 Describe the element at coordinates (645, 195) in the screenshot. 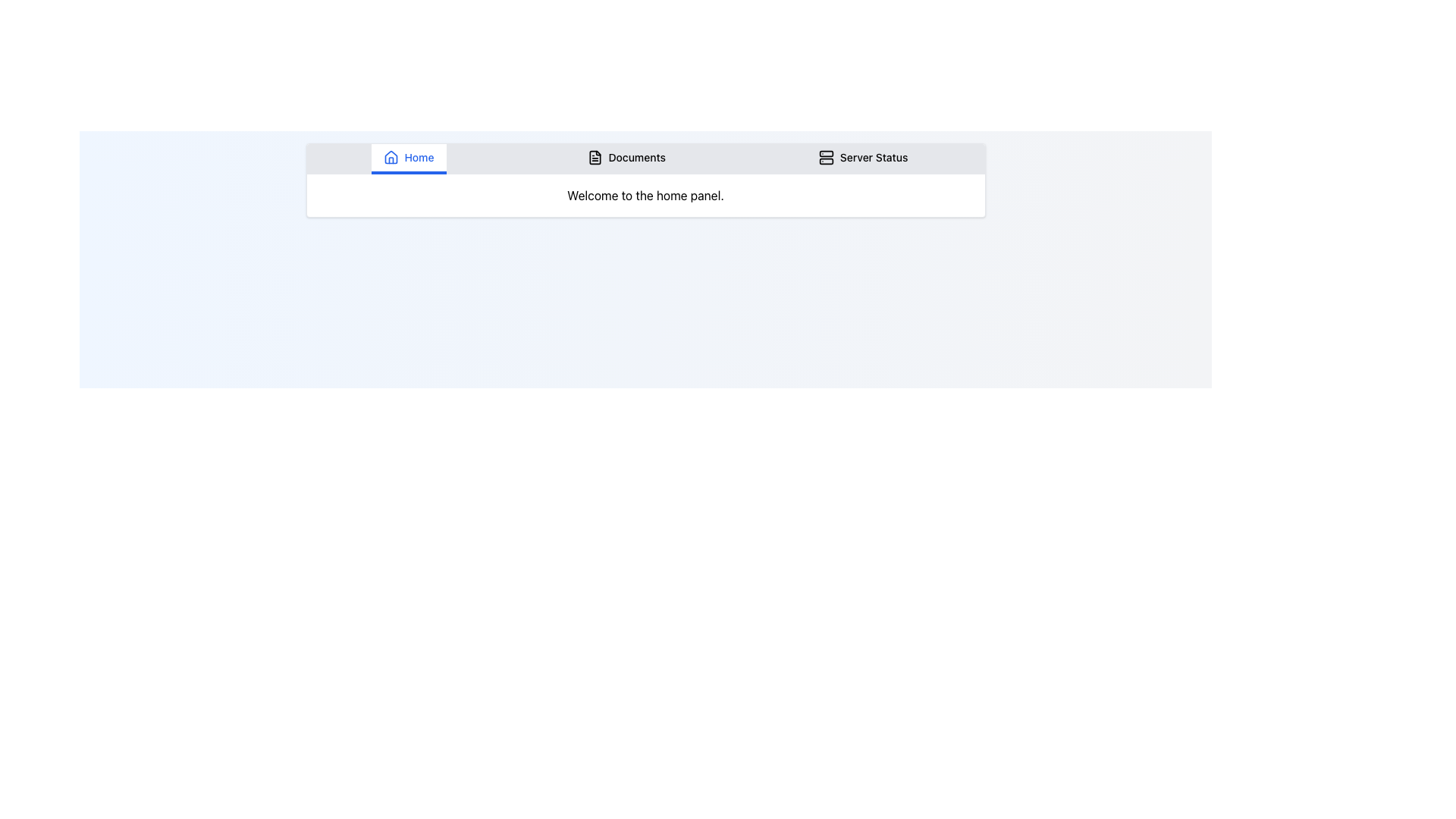

I see `text displayed in the bold single-line text label that says 'Welcome to the home panel.' positioned centrally below the navigation bar` at that location.